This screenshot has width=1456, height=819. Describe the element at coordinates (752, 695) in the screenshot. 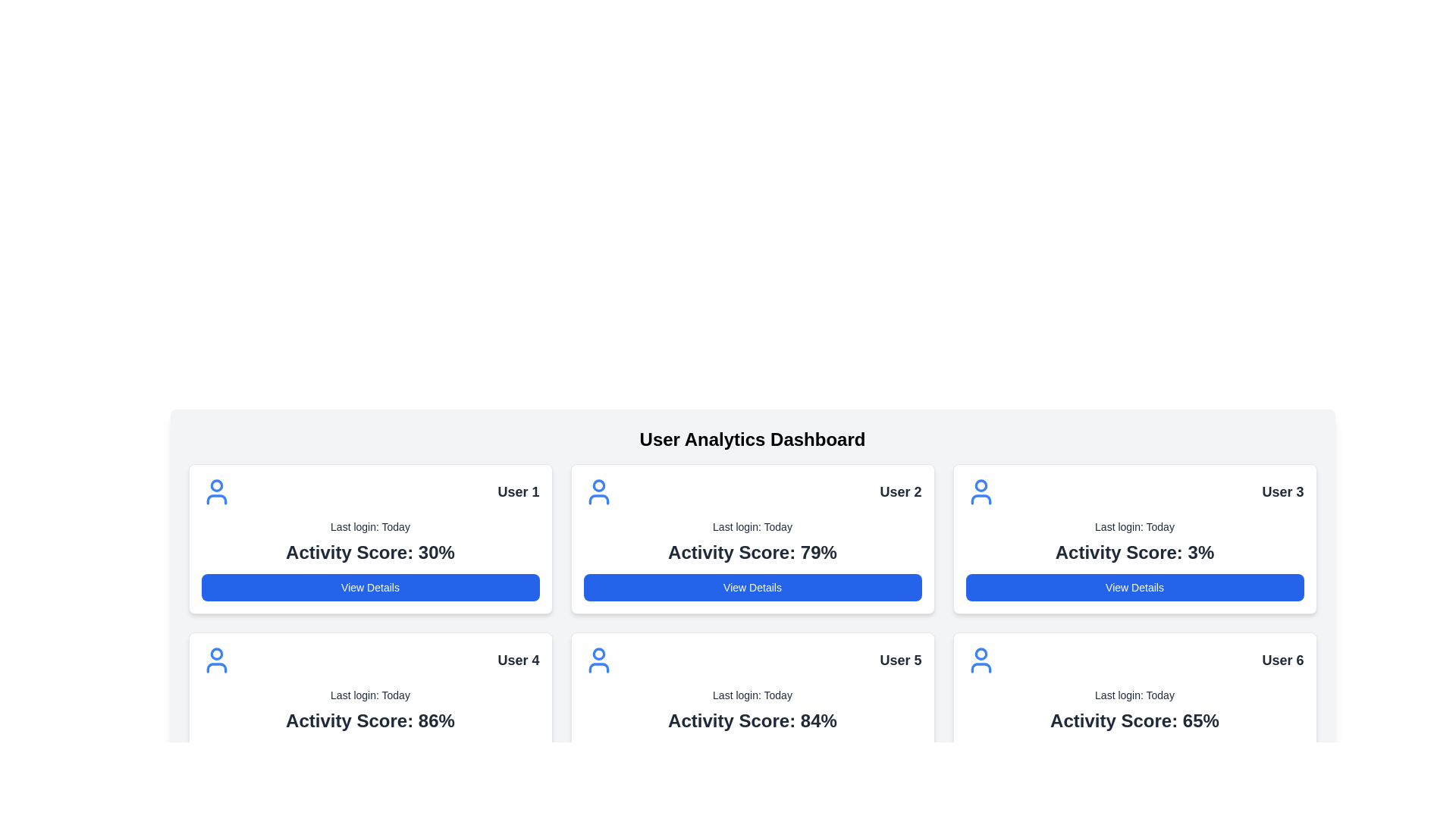

I see `the text label that reads 'Last login: Today', which is located below the title 'User 5' and above 'Activity Score: 84%' in a card structure` at that location.